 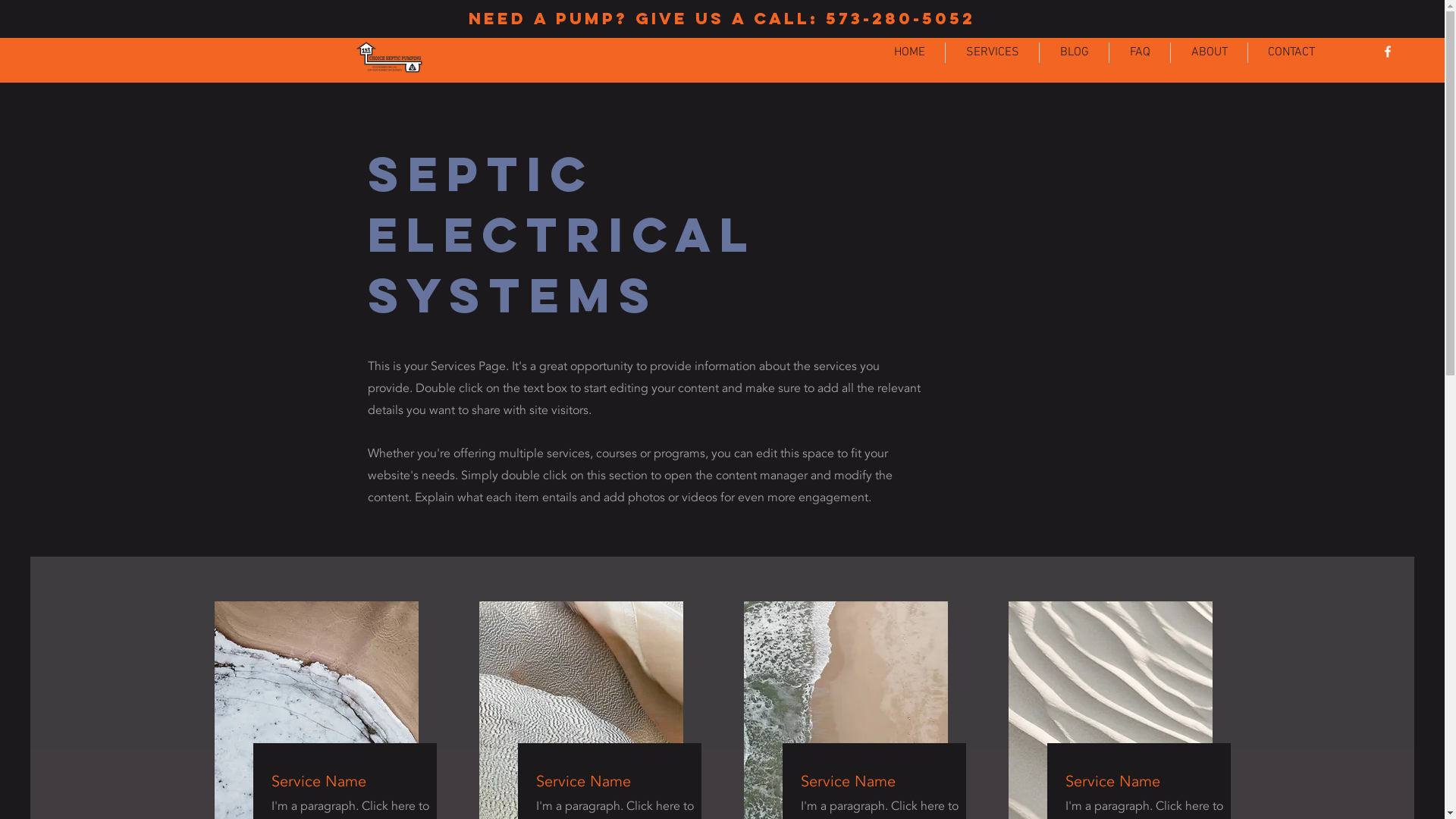 What do you see at coordinates (349, 56) in the screenshot?
I see `'1stChoiceLogo.png'` at bounding box center [349, 56].